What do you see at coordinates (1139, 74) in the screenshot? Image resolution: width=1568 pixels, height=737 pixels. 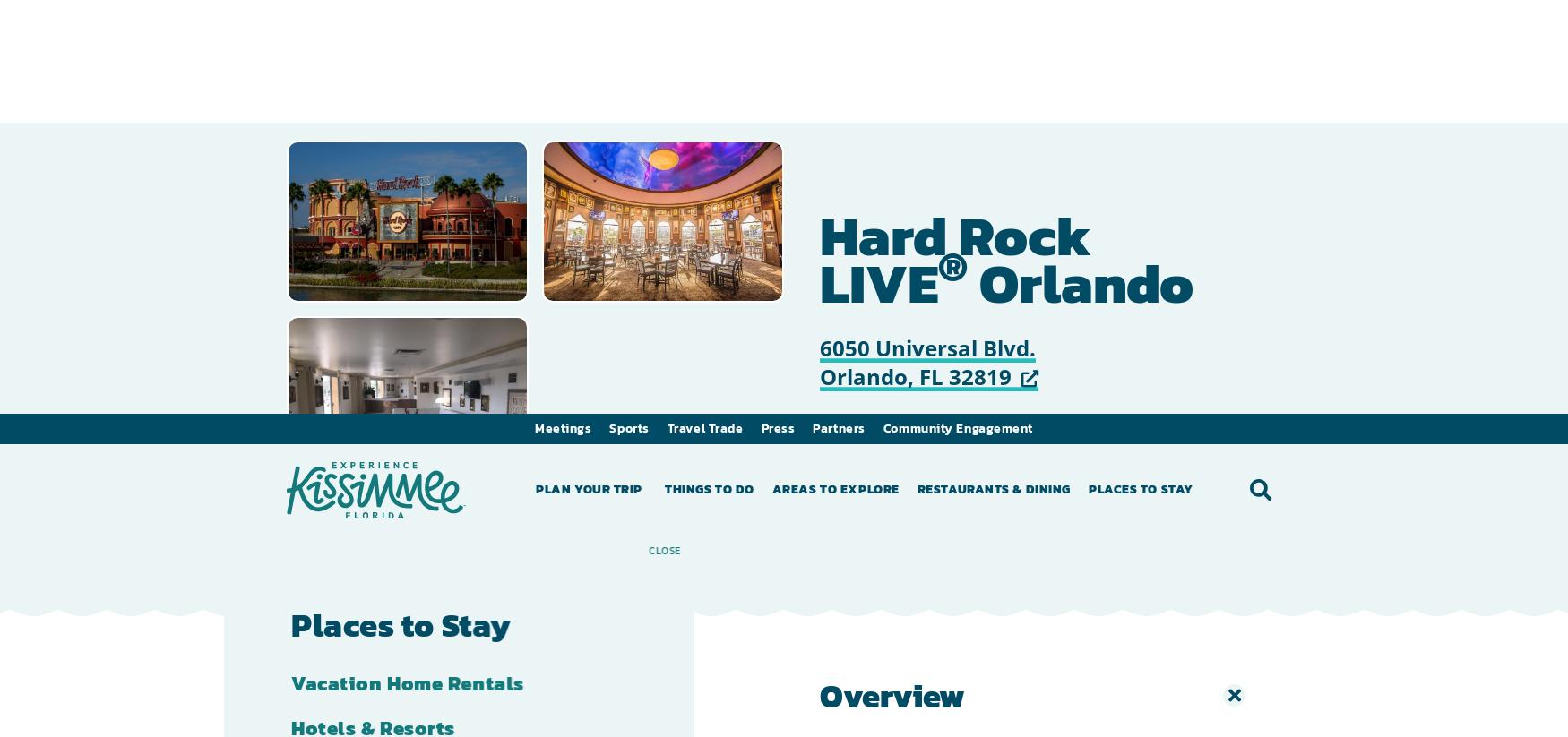 I see `'Places to Stay'` at bounding box center [1139, 74].